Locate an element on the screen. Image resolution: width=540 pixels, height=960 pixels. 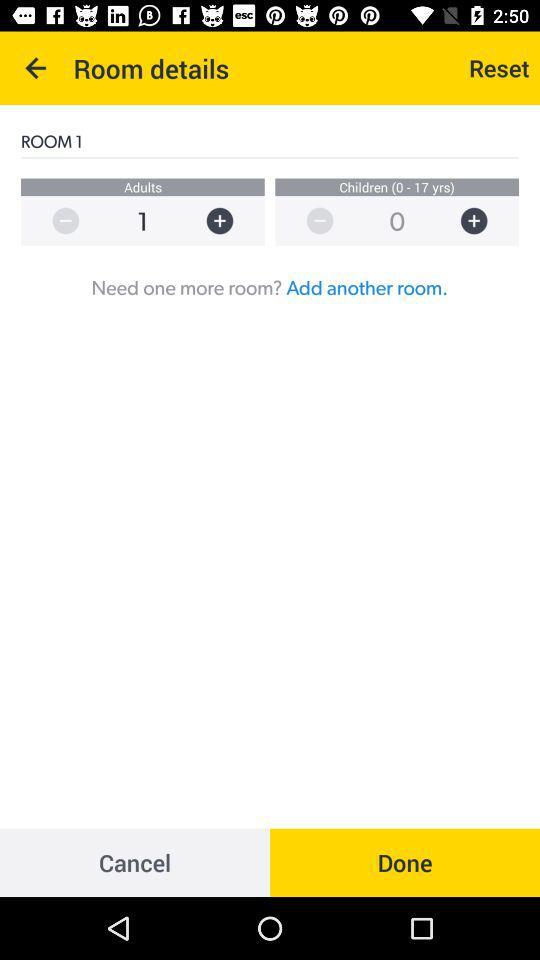
children is located at coordinates (483, 221).